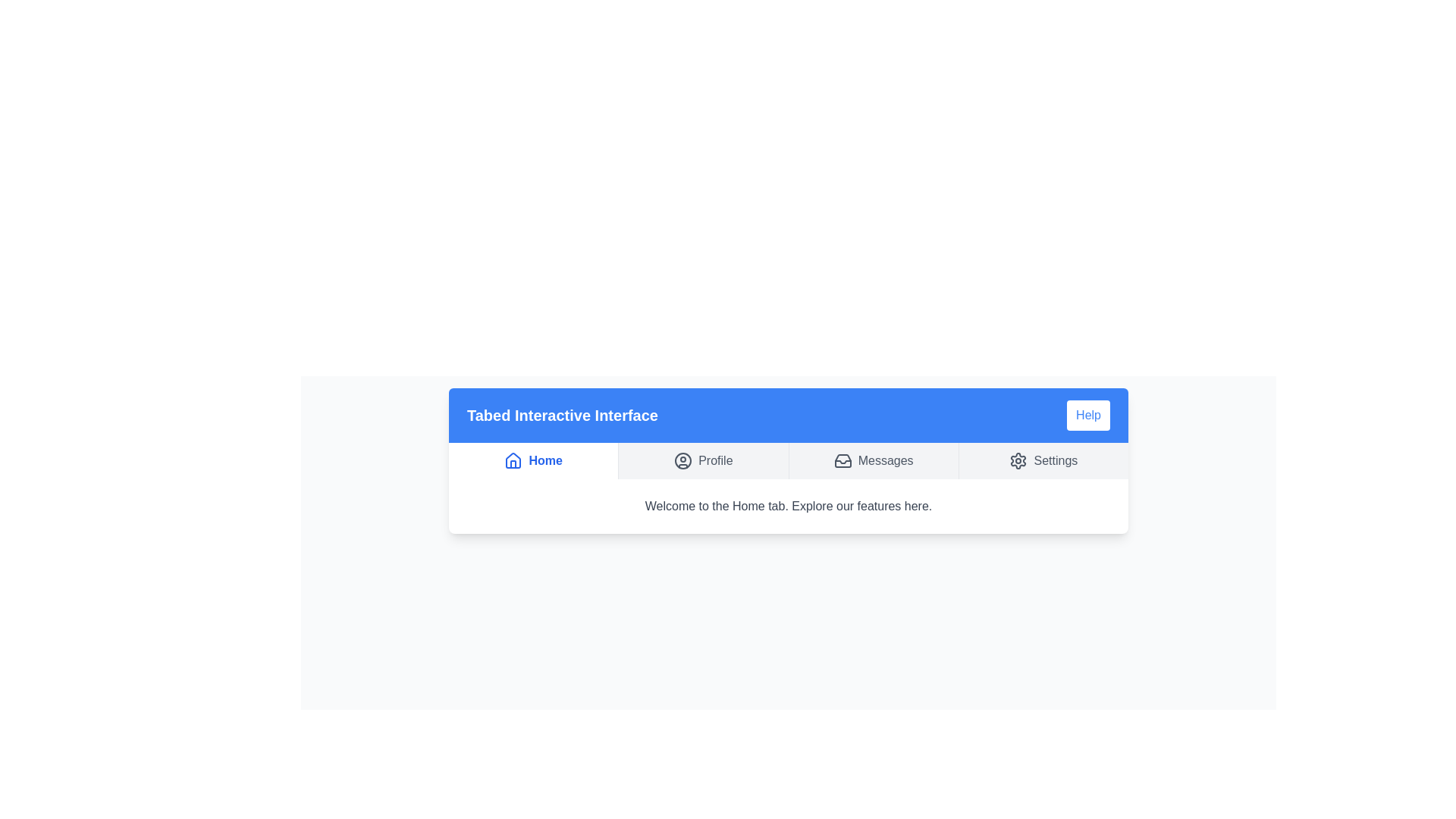 The image size is (1456, 819). Describe the element at coordinates (682, 460) in the screenshot. I see `the circular user icon in the navigation bar, which is located below the 'Tabbed Interactive Interface' heading` at that location.